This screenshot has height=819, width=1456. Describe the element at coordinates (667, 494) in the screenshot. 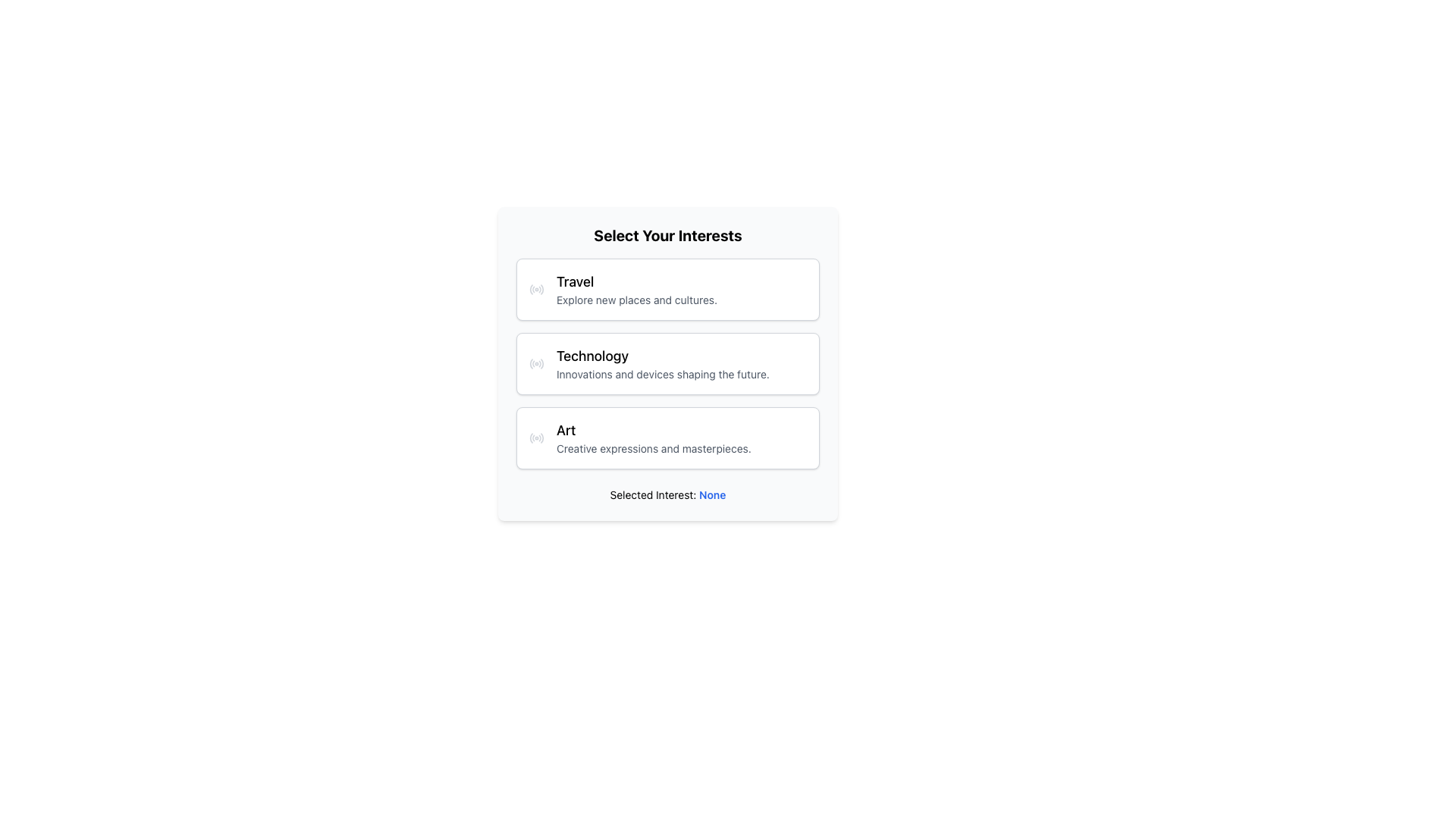

I see `the Text Display that informs the user about the current selection status, indicating that no interest has been selected yet` at that location.